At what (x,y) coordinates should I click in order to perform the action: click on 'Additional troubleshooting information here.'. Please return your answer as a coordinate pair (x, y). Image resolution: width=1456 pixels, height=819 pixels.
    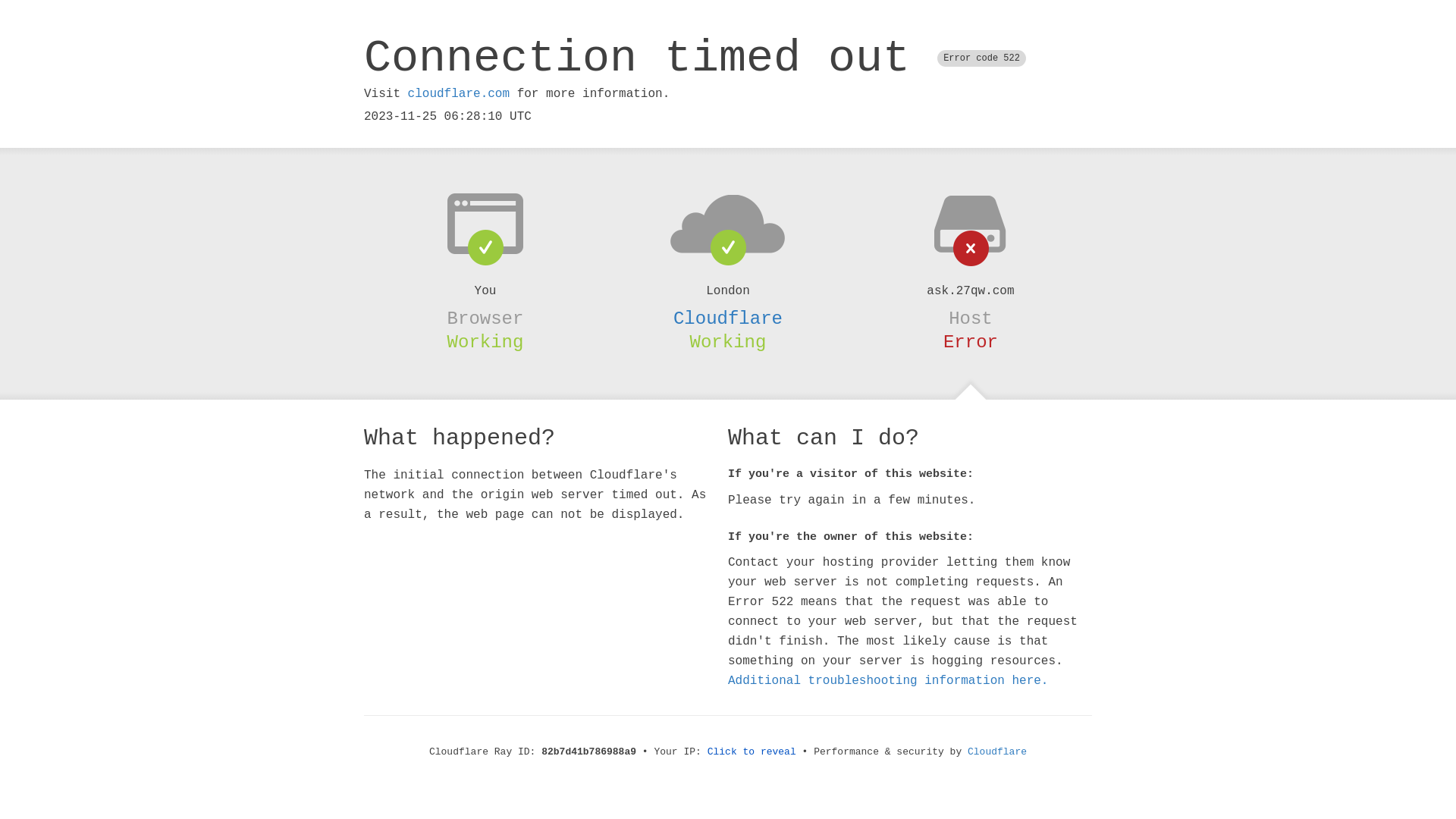
    Looking at the image, I should click on (888, 680).